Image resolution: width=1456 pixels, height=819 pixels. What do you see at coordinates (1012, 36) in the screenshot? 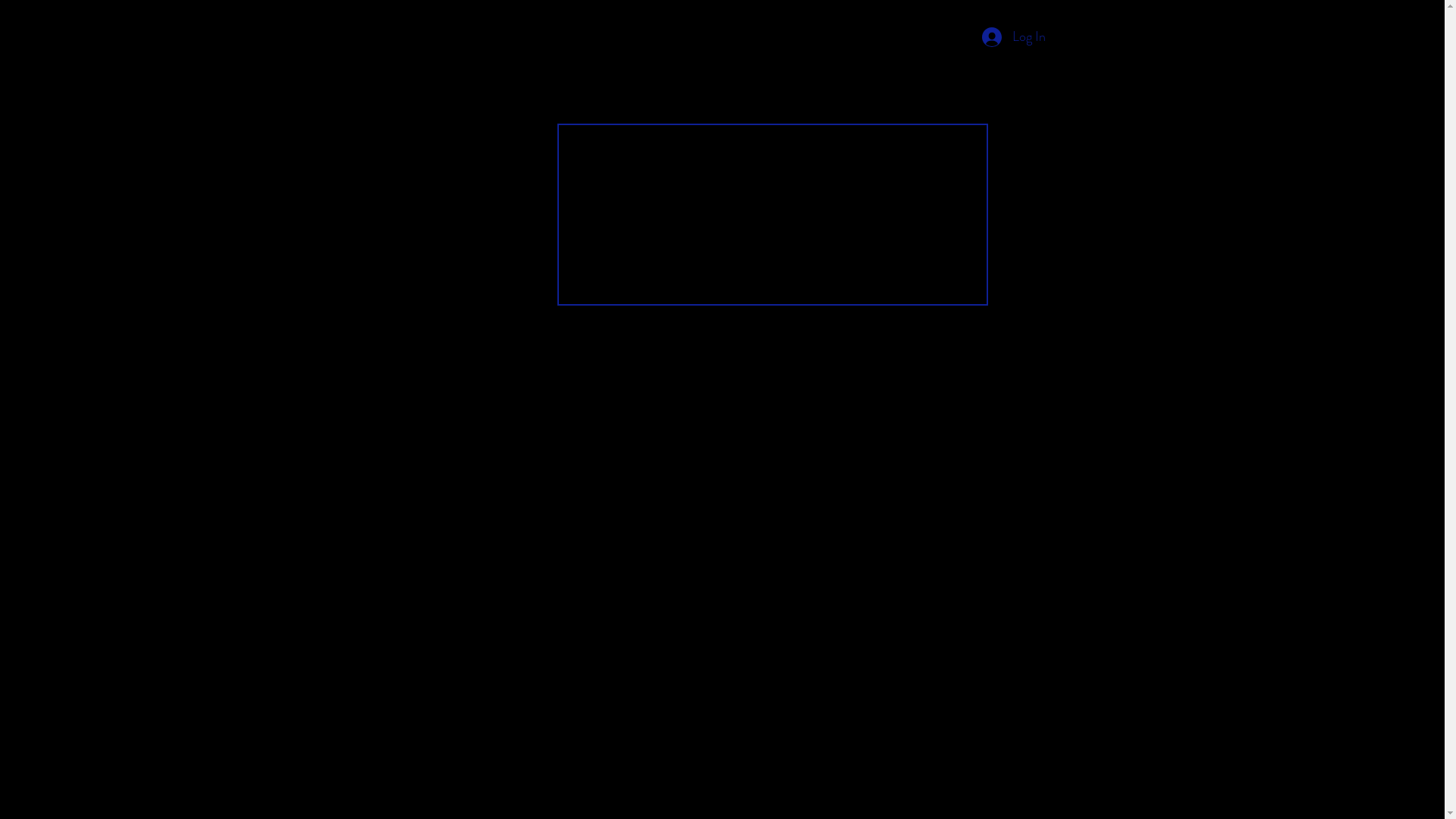
I see `'Log In'` at bounding box center [1012, 36].